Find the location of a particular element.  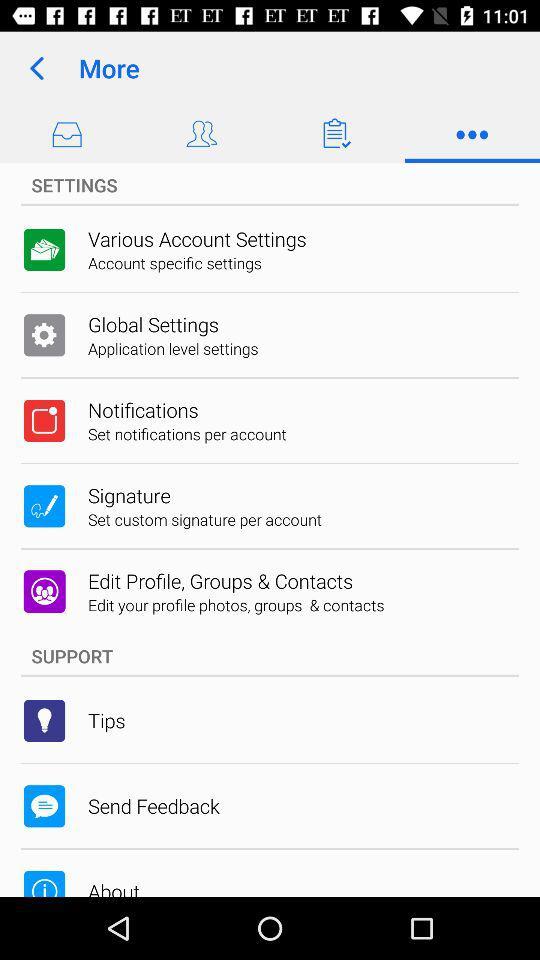

the item above the send feedback icon is located at coordinates (106, 720).